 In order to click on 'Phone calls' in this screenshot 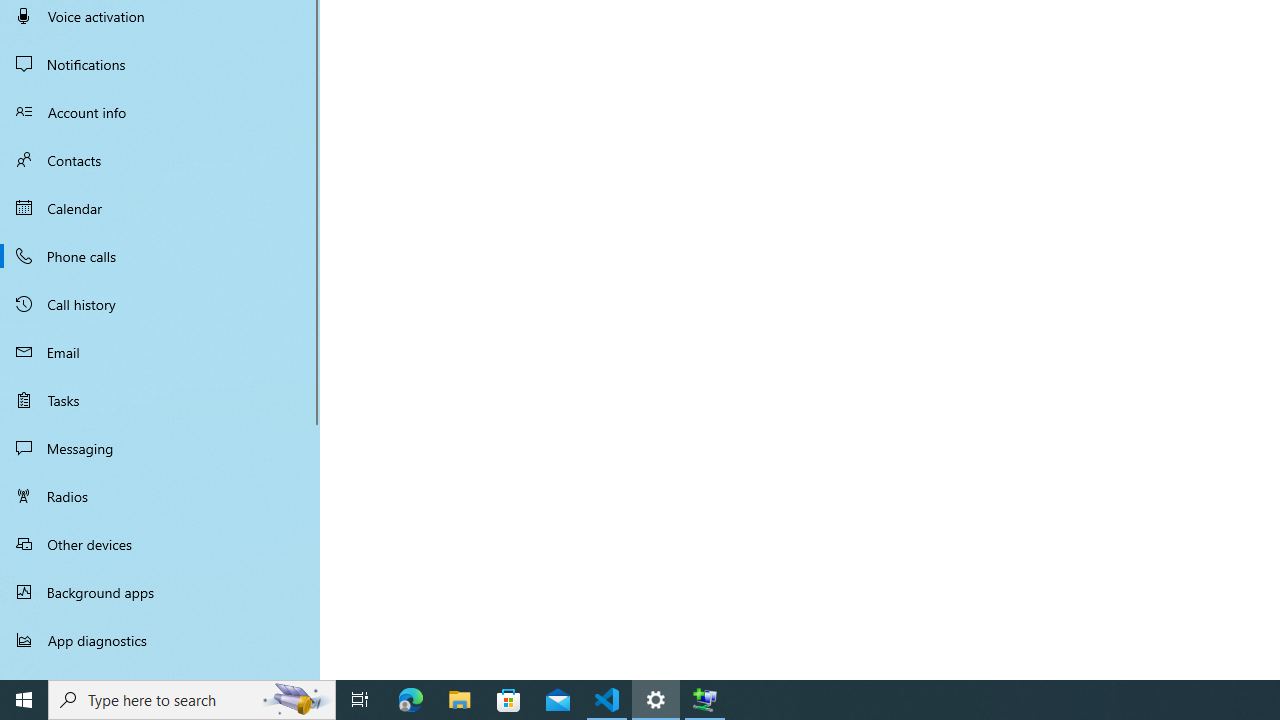, I will do `click(160, 254)`.